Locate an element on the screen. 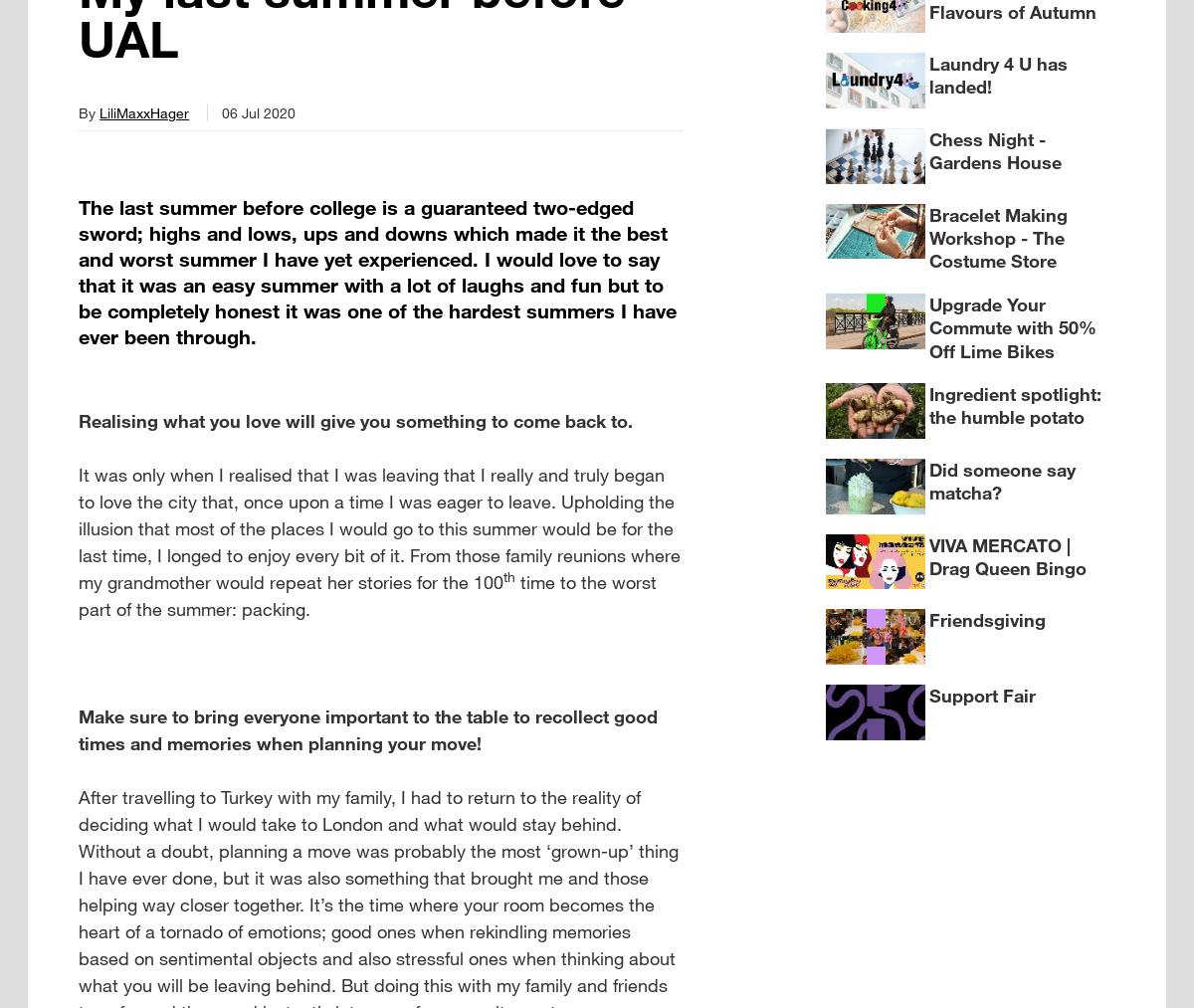 Image resolution: width=1194 pixels, height=1008 pixels. 'LiliMaxxHager' is located at coordinates (143, 111).